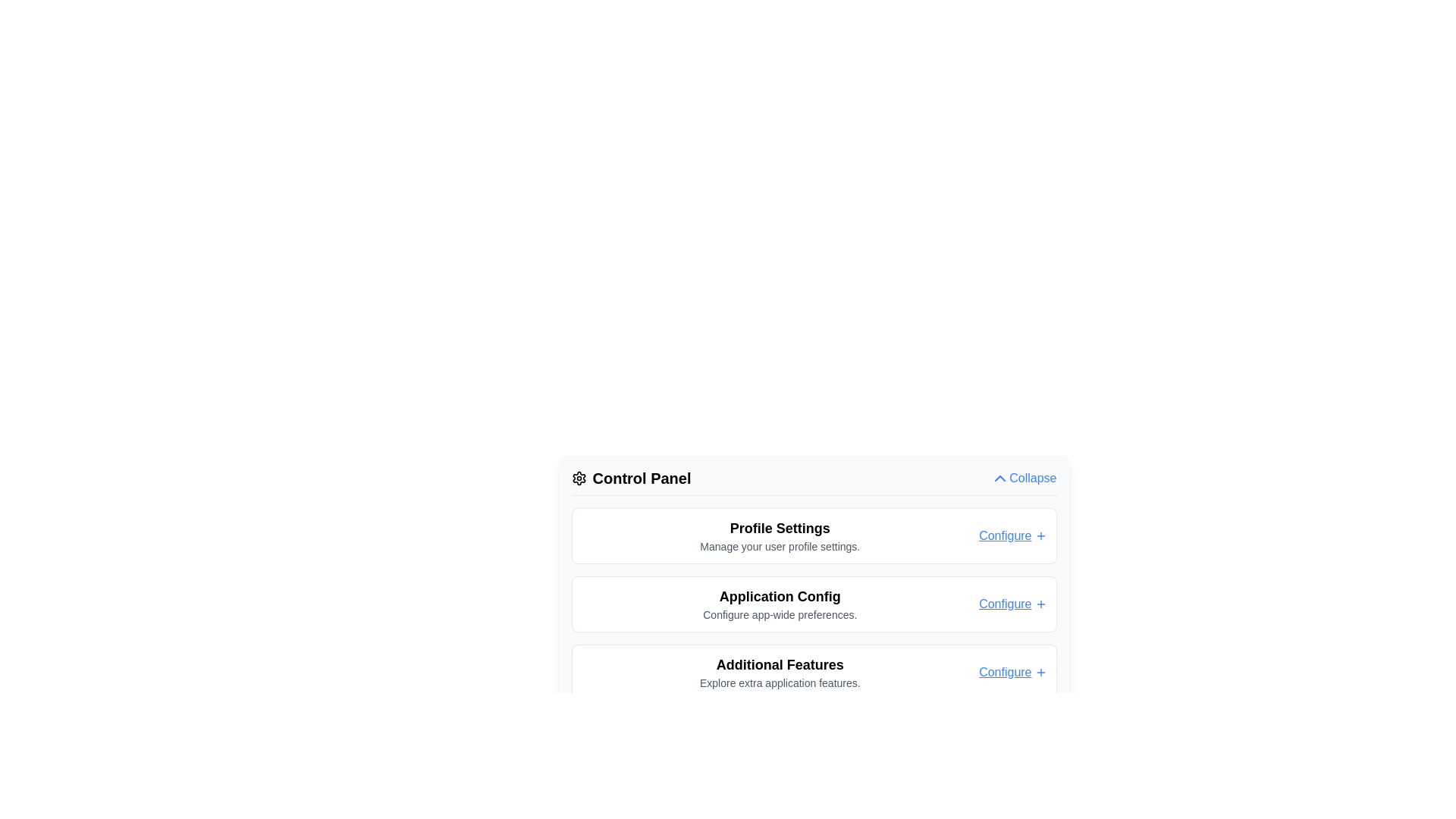 Image resolution: width=1456 pixels, height=819 pixels. Describe the element at coordinates (780, 683) in the screenshot. I see `the descriptive text located directly below the 'Additional Features' heading within the 'Control Panel' section` at that location.